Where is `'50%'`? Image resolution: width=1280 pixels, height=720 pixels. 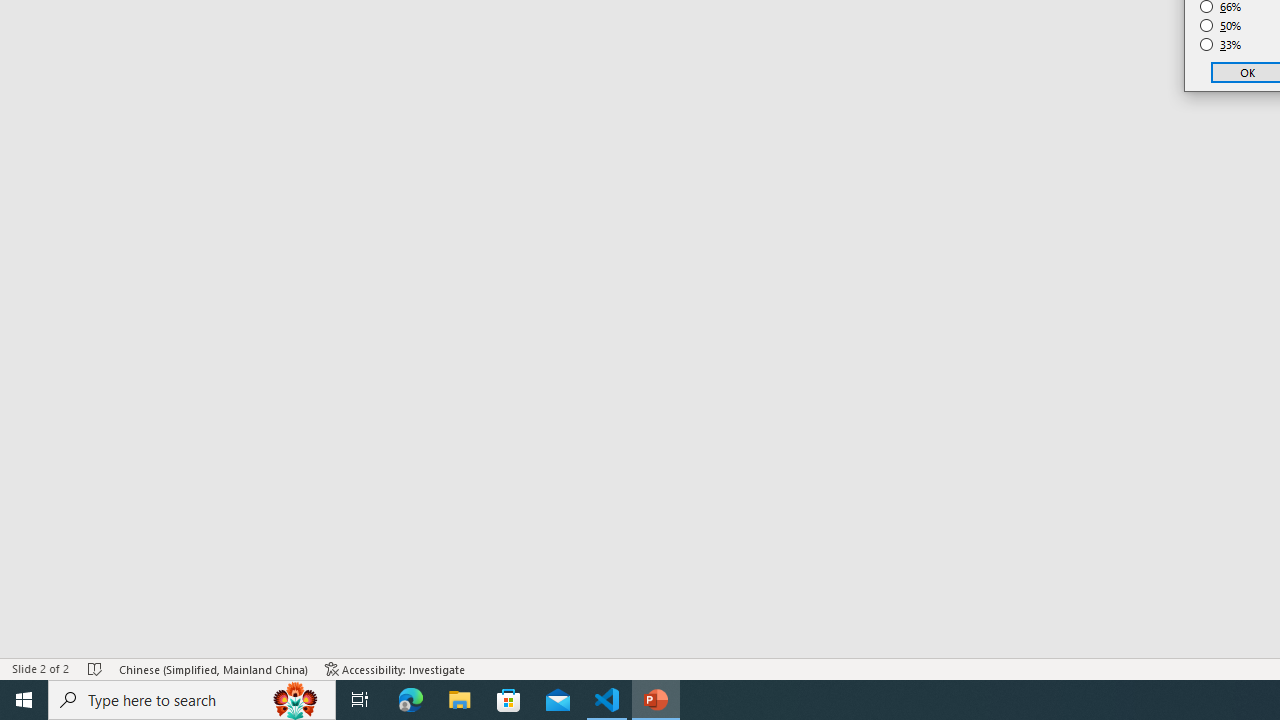
'50%' is located at coordinates (1220, 25).